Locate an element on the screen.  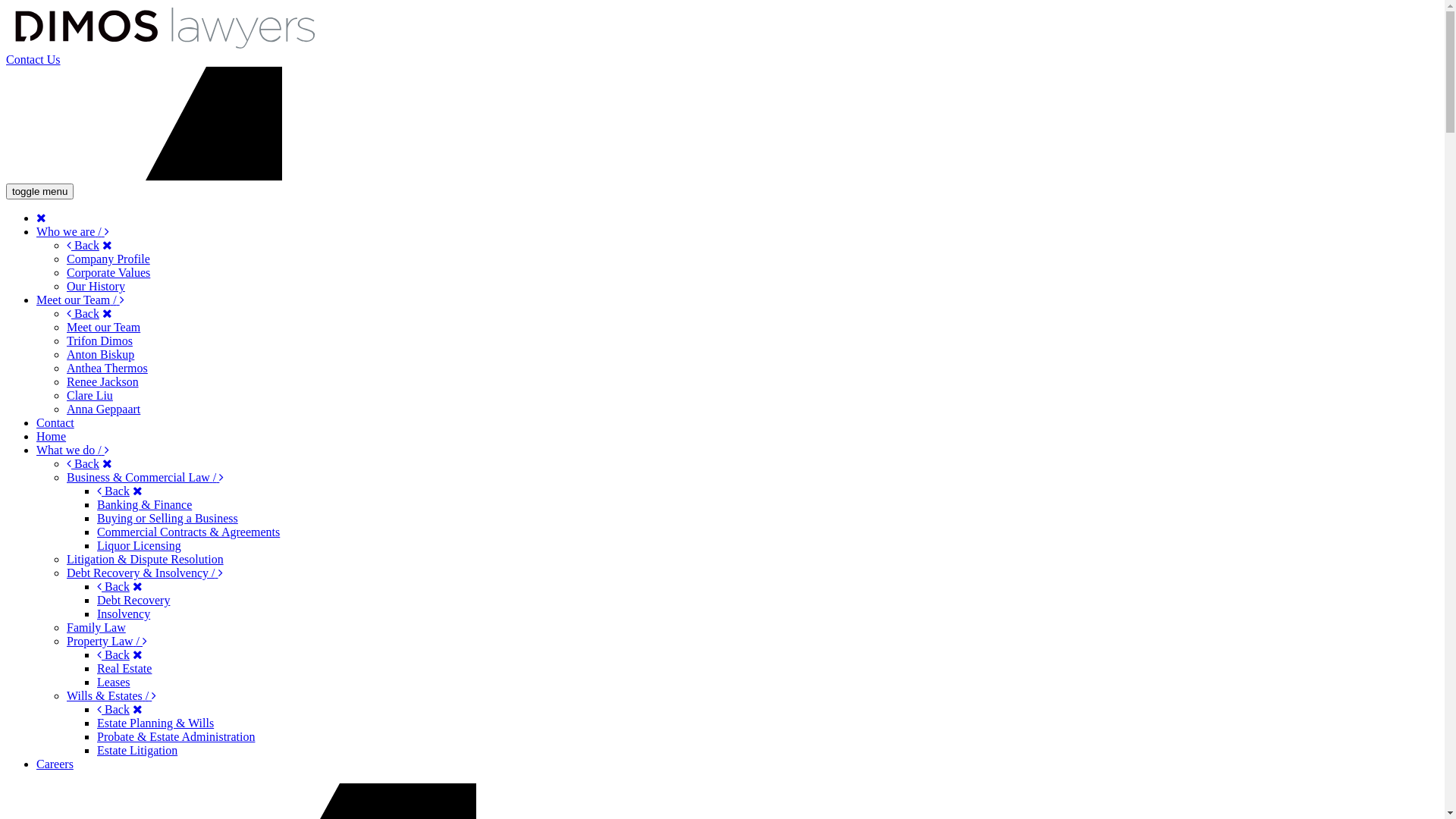
'Contact Us' is located at coordinates (33, 58).